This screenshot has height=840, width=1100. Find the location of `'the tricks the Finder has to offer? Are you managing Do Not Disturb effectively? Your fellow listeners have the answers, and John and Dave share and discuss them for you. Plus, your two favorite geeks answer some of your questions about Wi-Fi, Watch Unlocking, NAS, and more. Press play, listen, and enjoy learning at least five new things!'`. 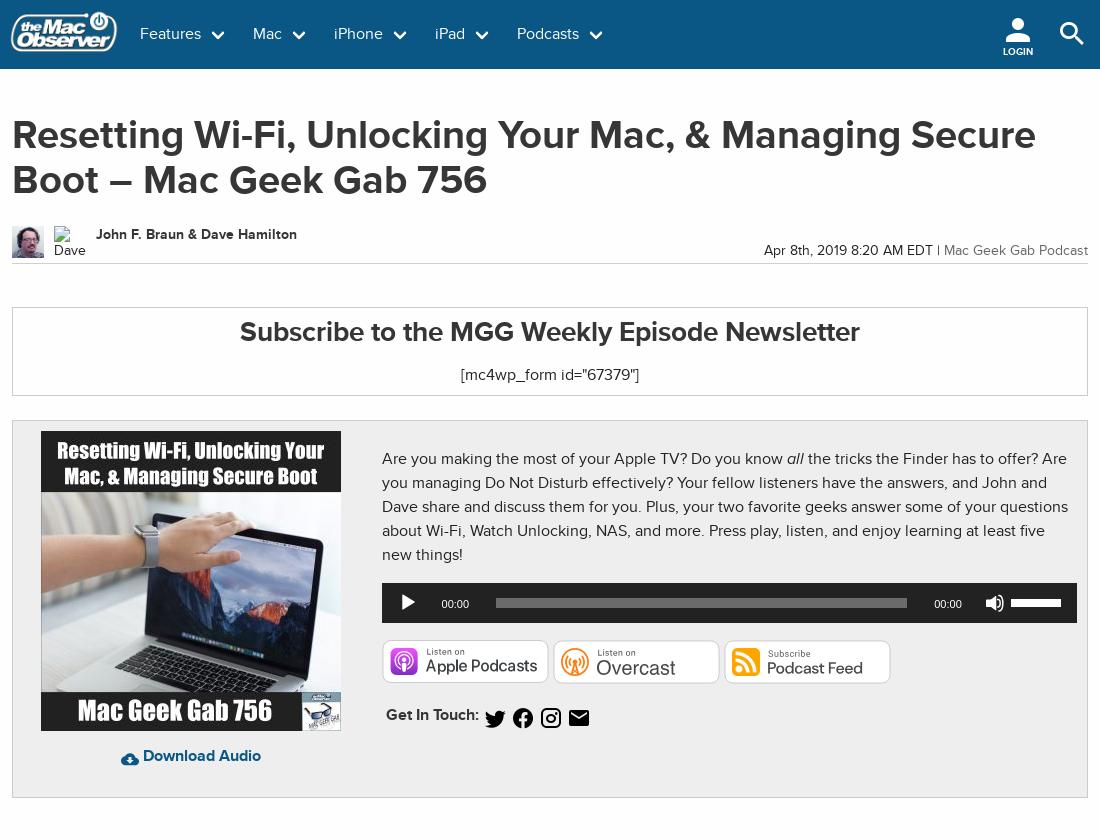

'the tricks the Finder has to offer? Are you managing Do Not Disturb effectively? Your fellow listeners have the answers, and John and Dave share and discuss them for you. Plus, your two favorite geeks answer some of your questions about Wi-Fi, Watch Unlocking, NAS, and more. Press play, listen, and enjoy learning at least five new things!' is located at coordinates (382, 506).